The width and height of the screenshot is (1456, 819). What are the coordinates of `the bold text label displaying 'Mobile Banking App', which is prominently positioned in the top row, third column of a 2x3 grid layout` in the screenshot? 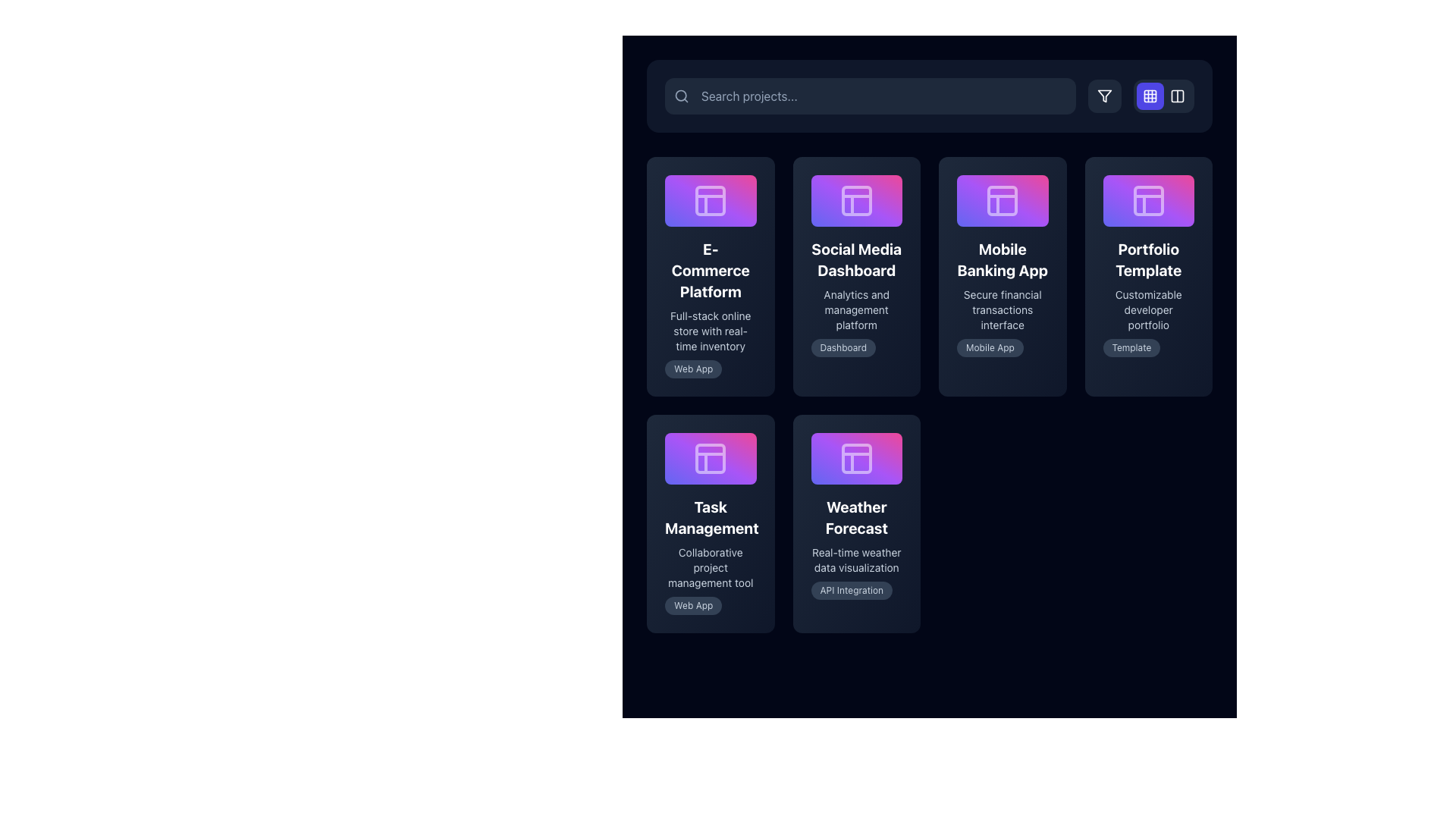 It's located at (1003, 259).